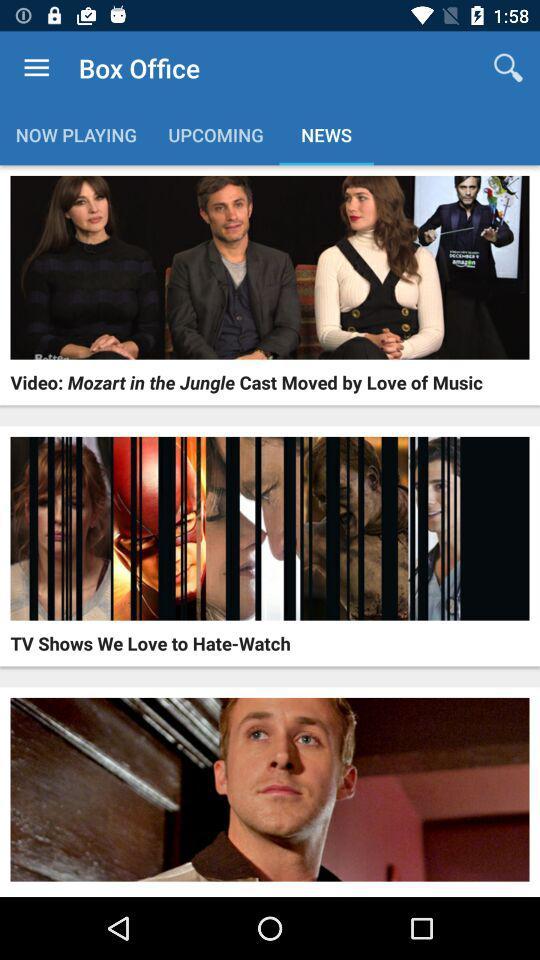 This screenshot has height=960, width=540. I want to click on ryan gosling s item, so click(135, 893).